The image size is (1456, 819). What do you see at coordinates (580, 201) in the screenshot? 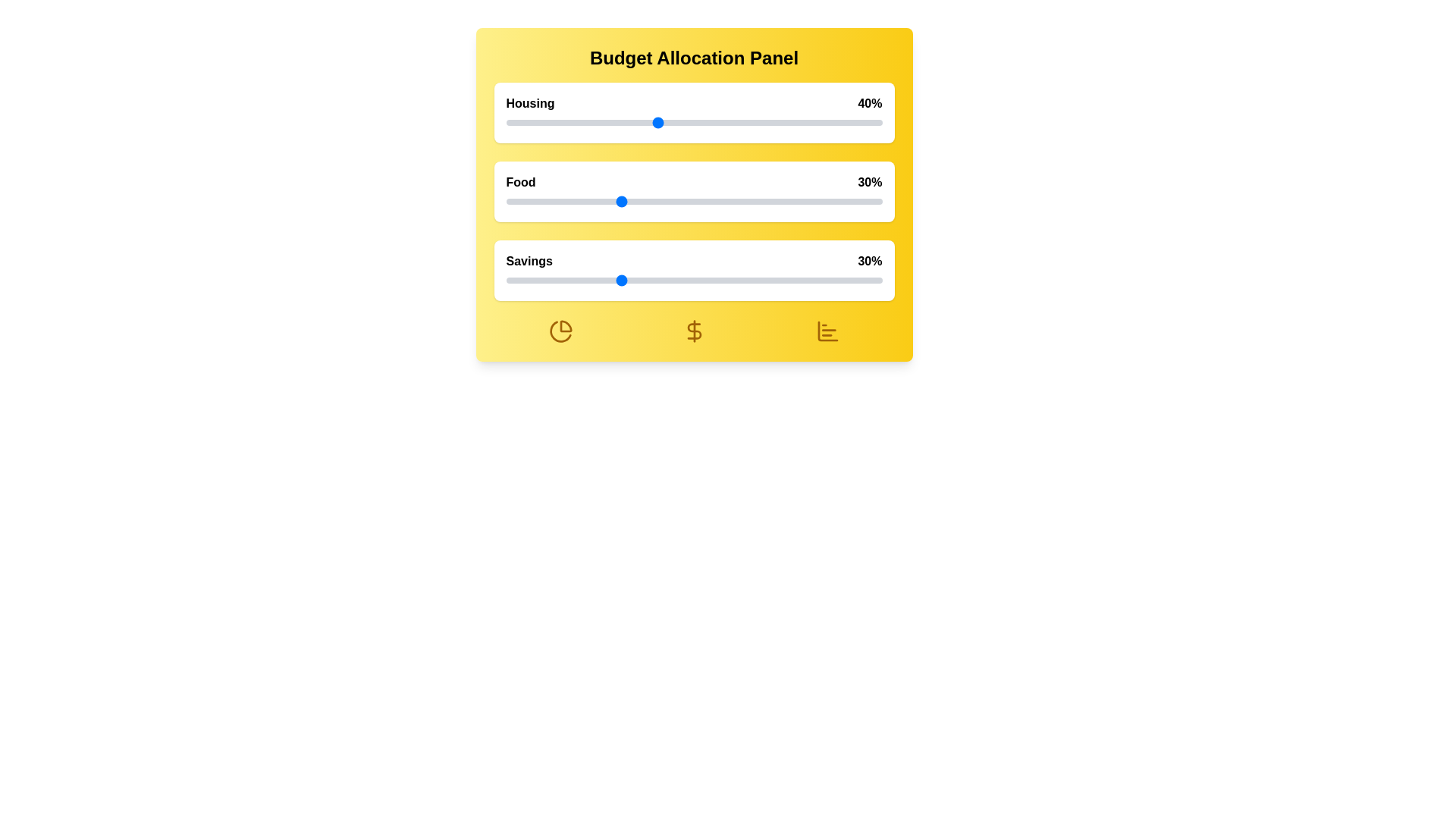
I see `the slider` at bounding box center [580, 201].